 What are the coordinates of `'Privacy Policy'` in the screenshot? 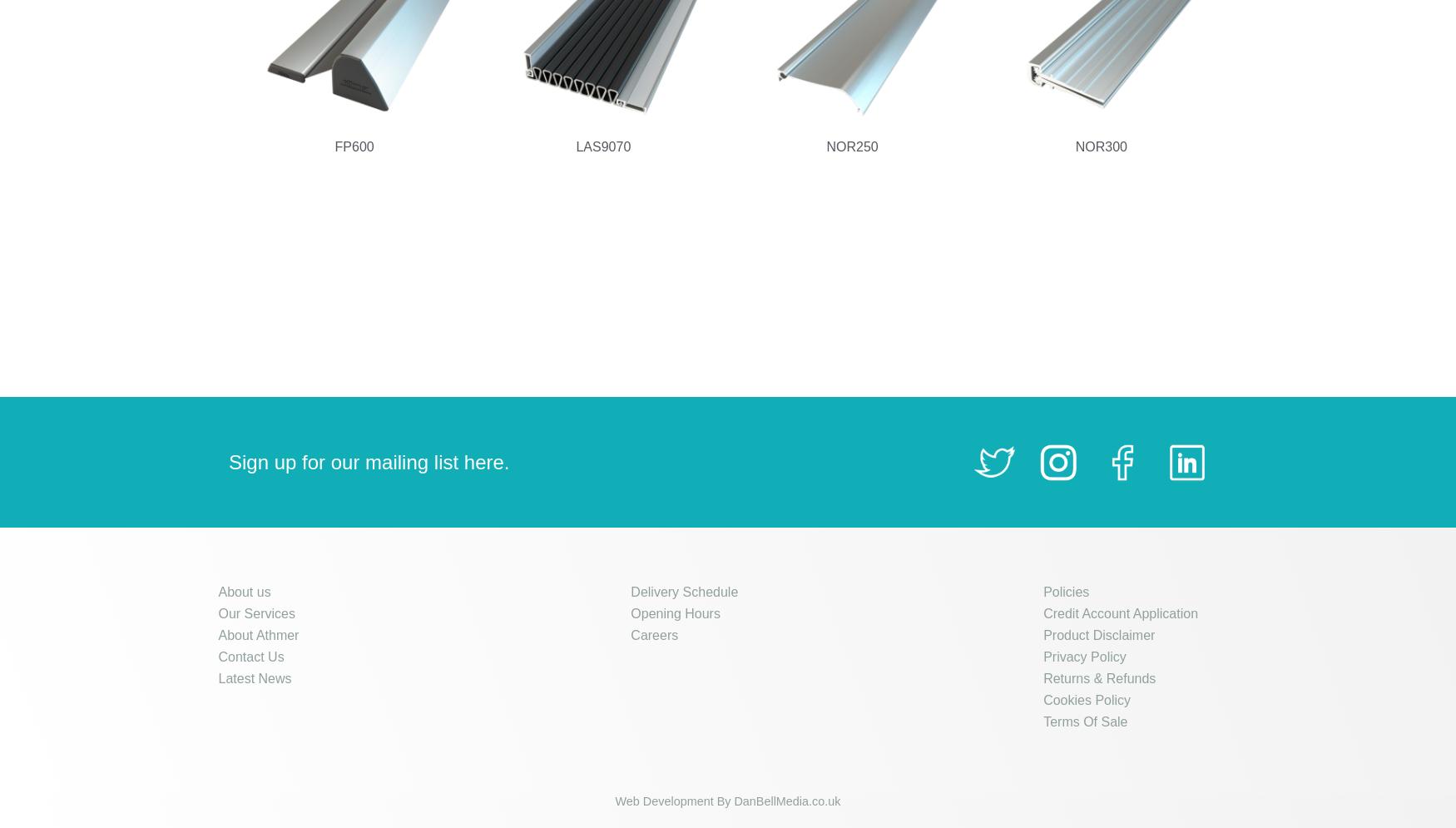 It's located at (1083, 657).